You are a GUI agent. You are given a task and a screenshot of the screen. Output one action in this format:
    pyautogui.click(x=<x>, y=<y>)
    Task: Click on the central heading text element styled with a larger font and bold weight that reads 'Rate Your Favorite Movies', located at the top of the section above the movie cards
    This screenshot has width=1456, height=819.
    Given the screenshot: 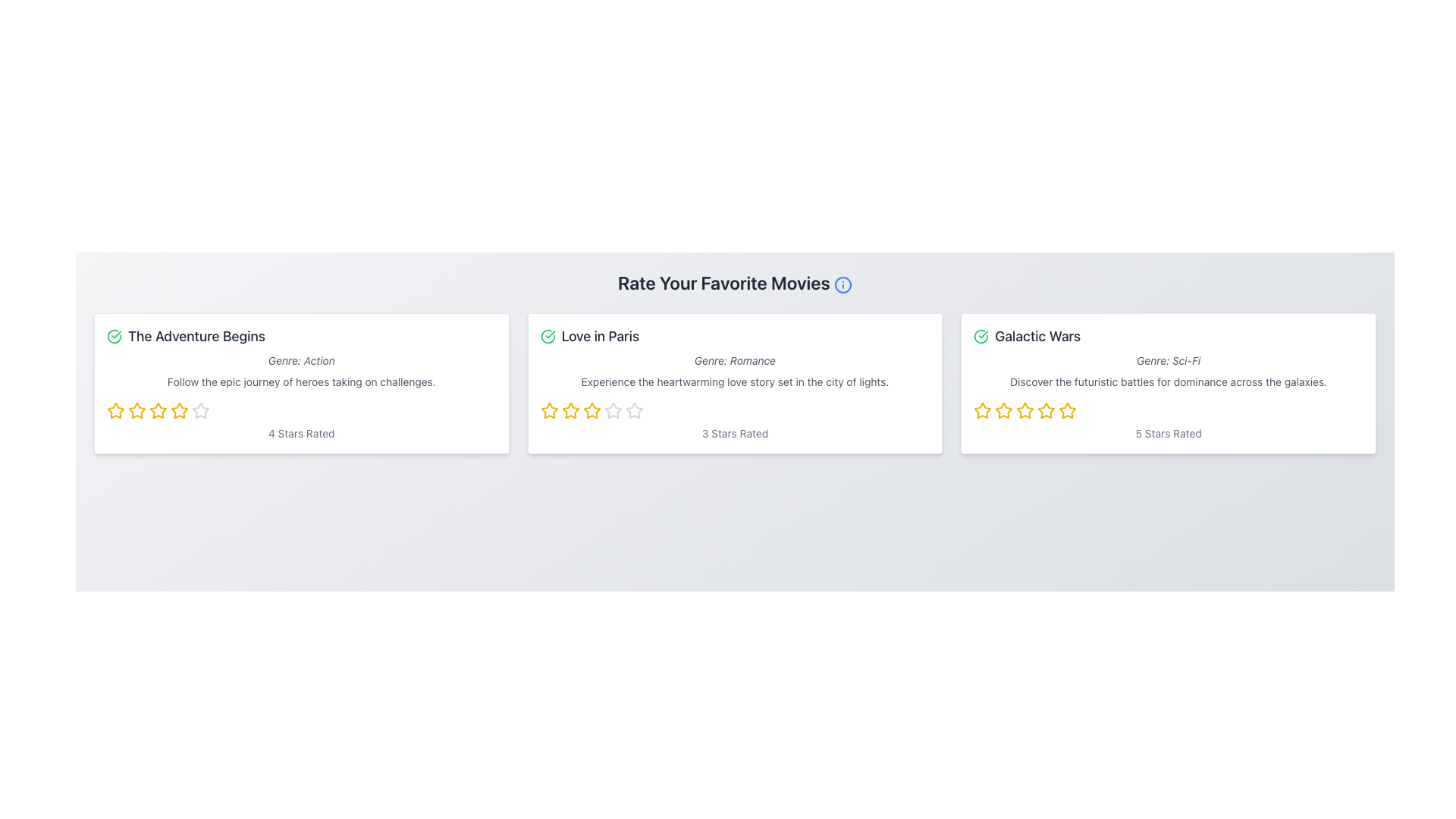 What is the action you would take?
    pyautogui.click(x=735, y=283)
    